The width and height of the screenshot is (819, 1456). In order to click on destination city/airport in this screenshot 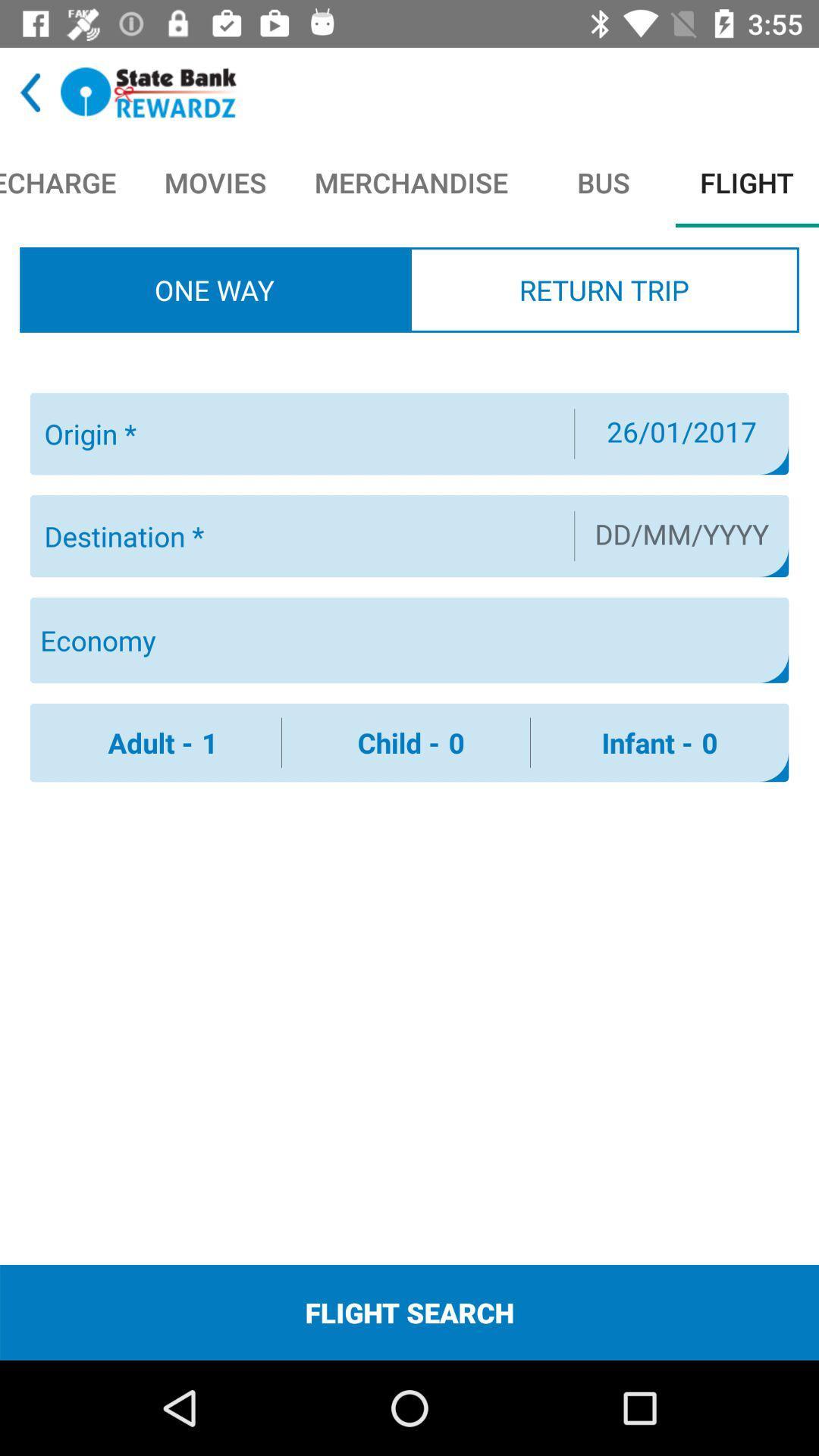, I will do `click(300, 536)`.